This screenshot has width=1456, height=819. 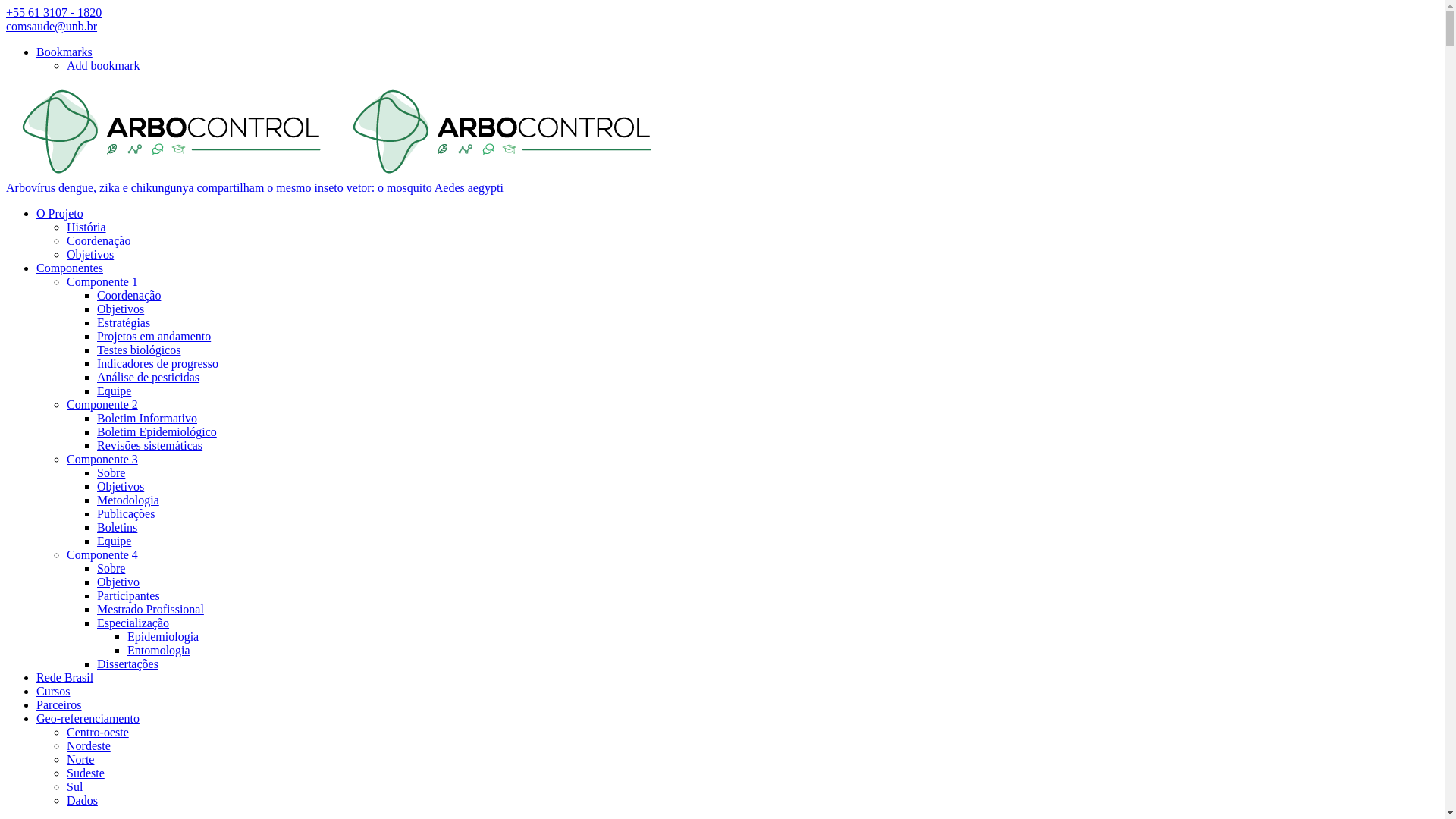 I want to click on 'Indicadores de progresso', so click(x=157, y=363).